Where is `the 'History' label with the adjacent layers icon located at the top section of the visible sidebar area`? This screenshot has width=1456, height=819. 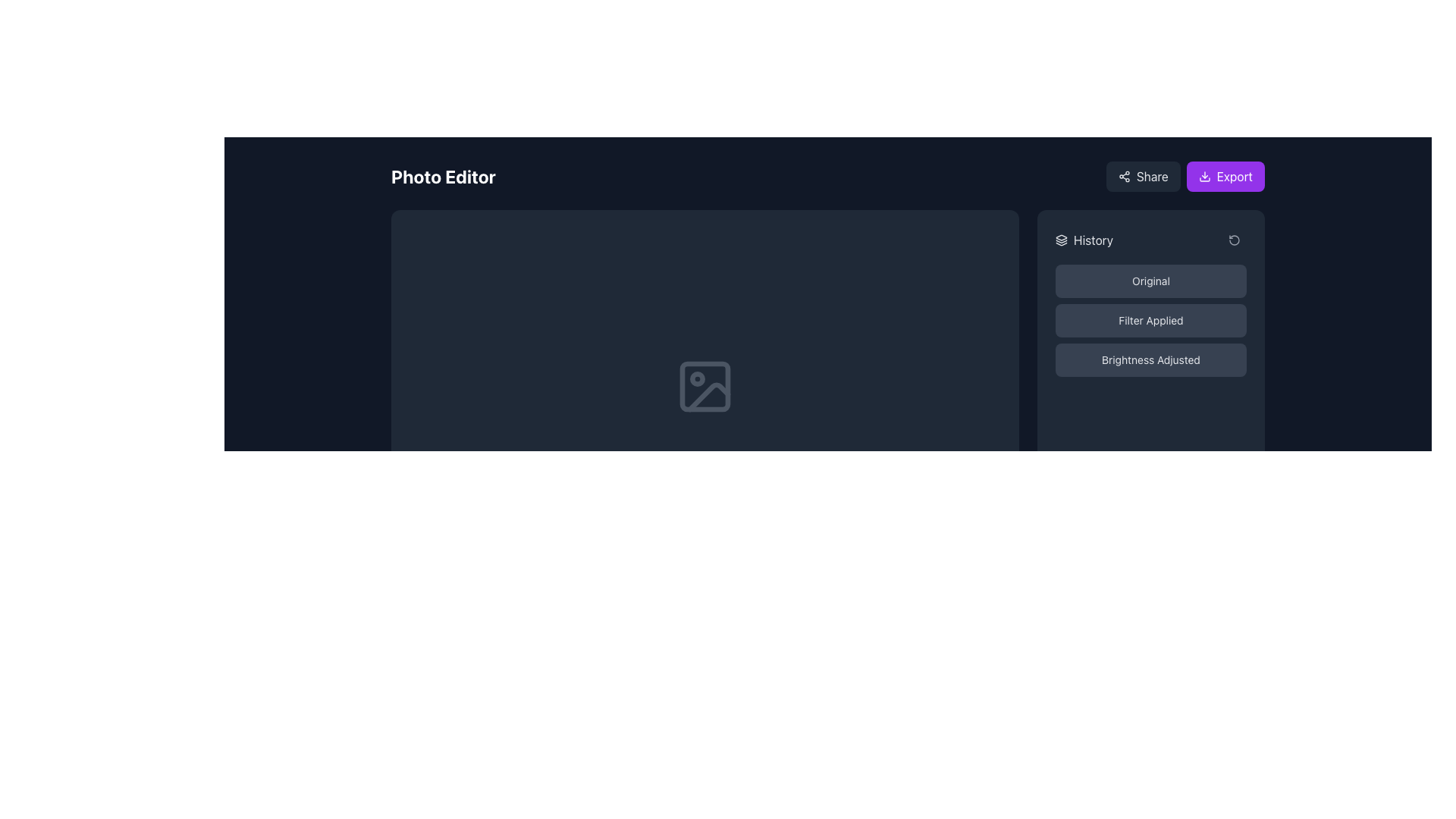
the 'History' label with the adjacent layers icon located at the top section of the visible sidebar area is located at coordinates (1084, 239).